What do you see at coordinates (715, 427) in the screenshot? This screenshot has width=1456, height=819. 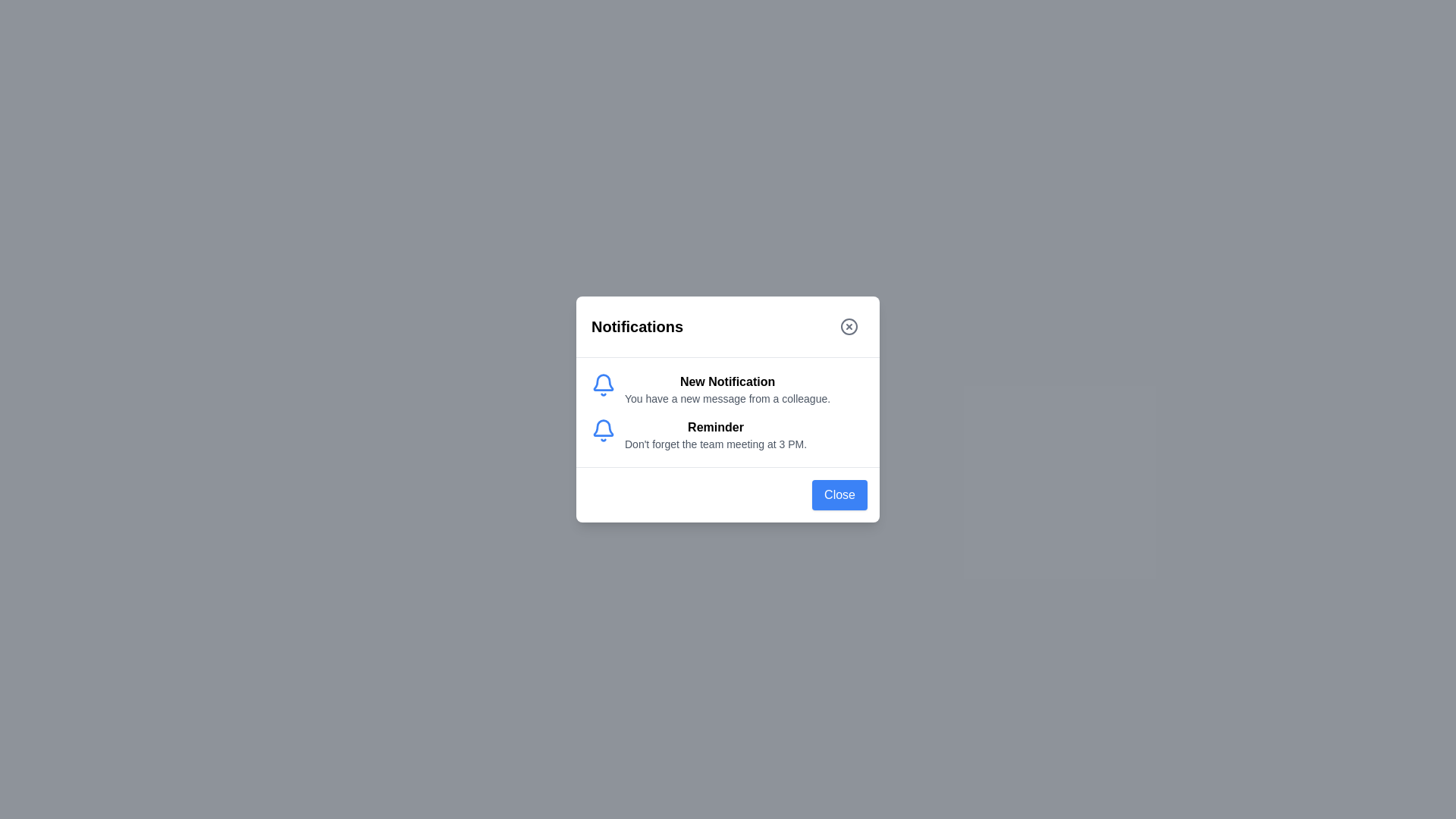 I see `the Label element that serves as the heading for the notification, located above the text detail 'Don't forget the team meeting at 3 PM.'` at bounding box center [715, 427].